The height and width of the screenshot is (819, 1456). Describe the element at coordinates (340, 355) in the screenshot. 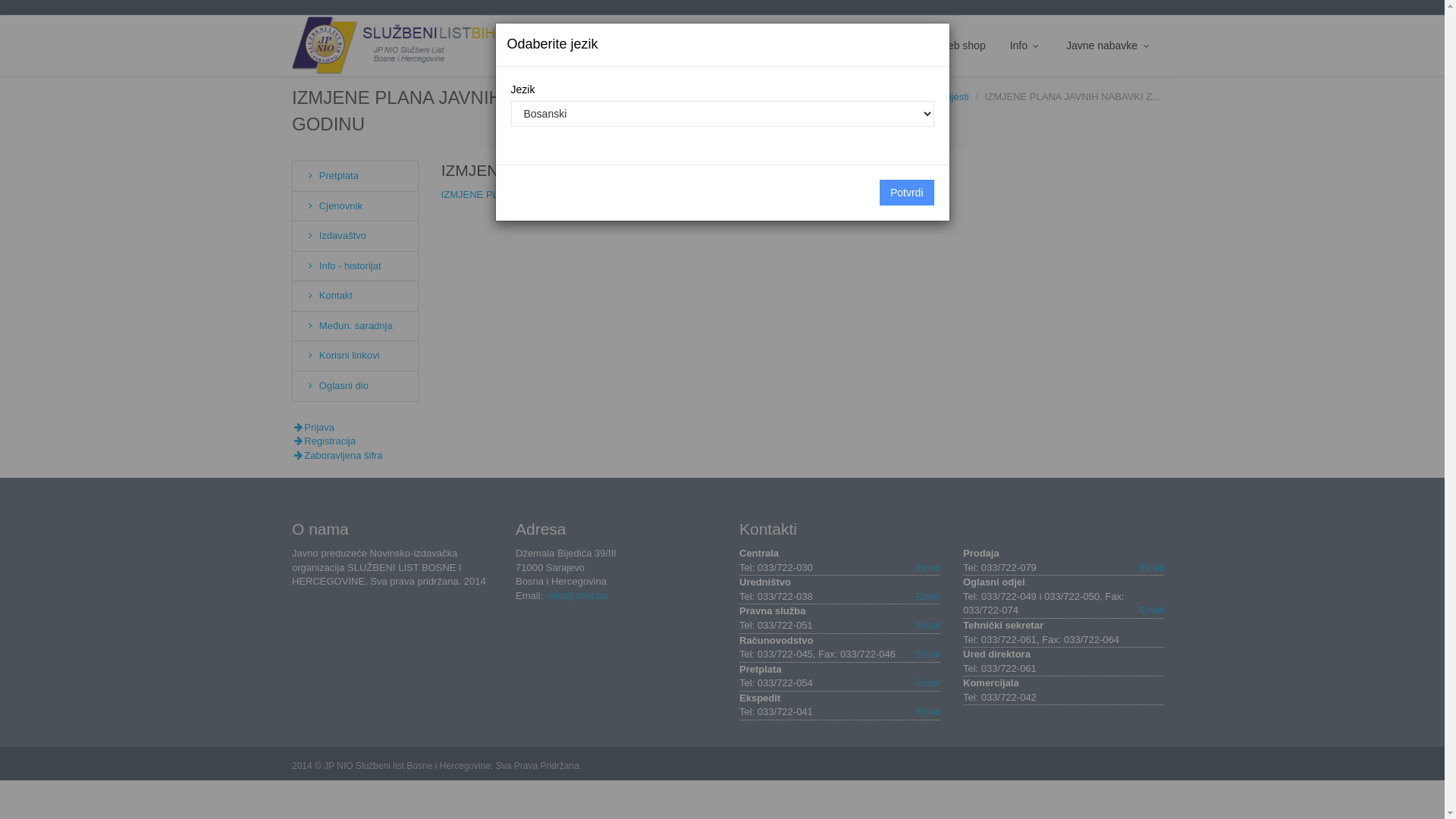

I see `'Korisni linkovi'` at that location.